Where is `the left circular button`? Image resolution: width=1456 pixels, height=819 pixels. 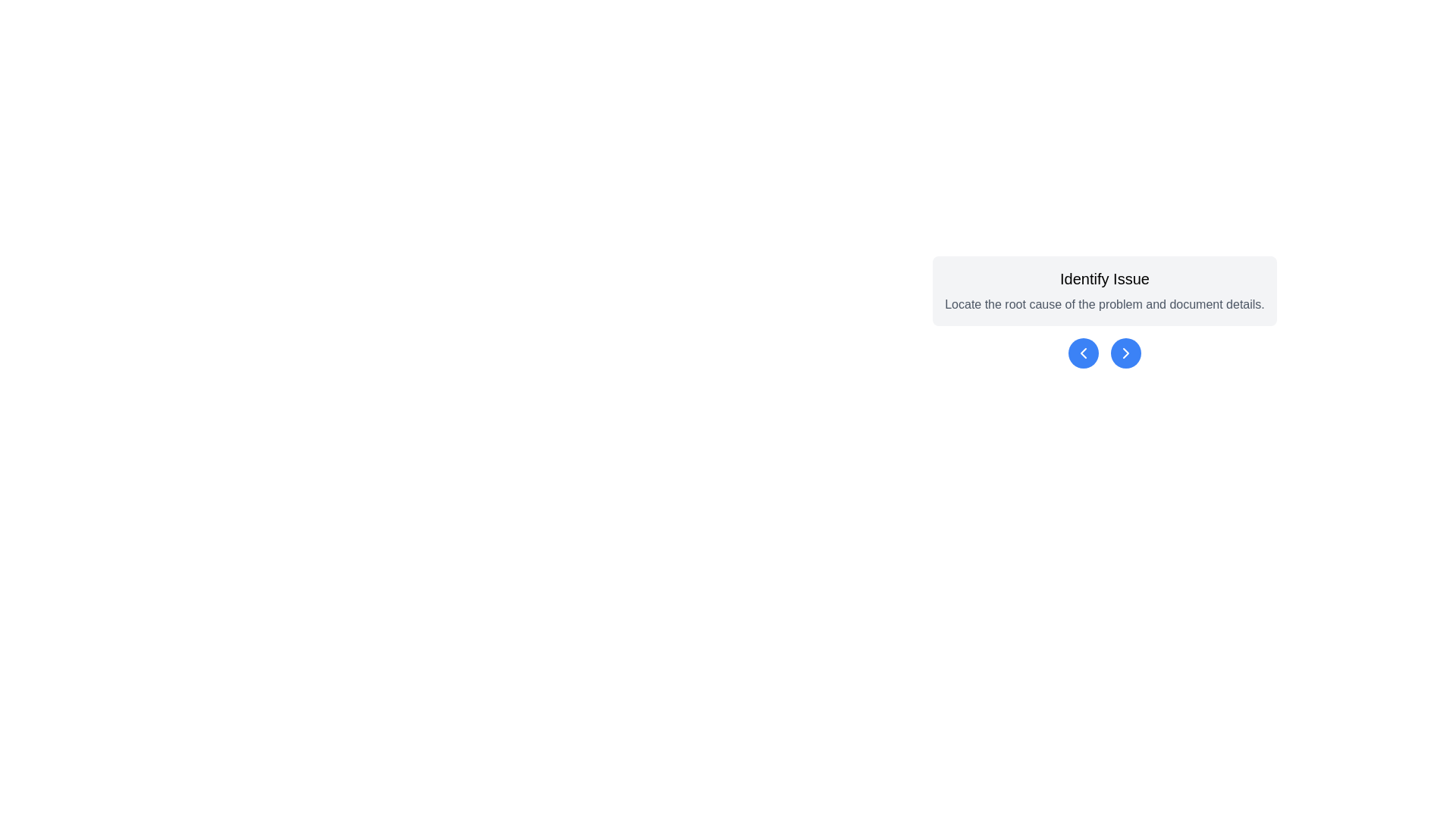 the left circular button is located at coordinates (1083, 353).